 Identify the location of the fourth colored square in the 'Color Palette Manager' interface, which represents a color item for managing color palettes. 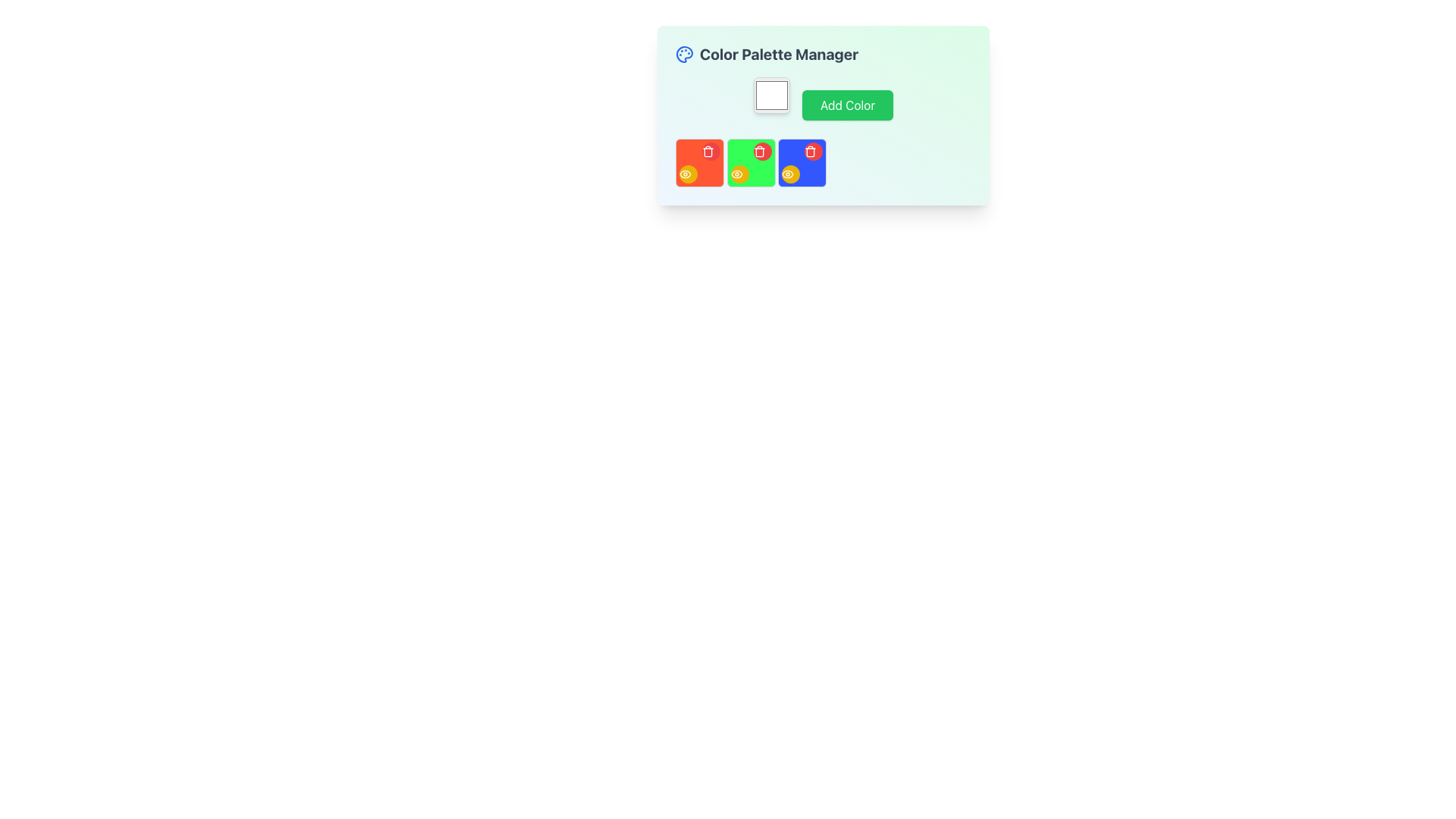
(802, 163).